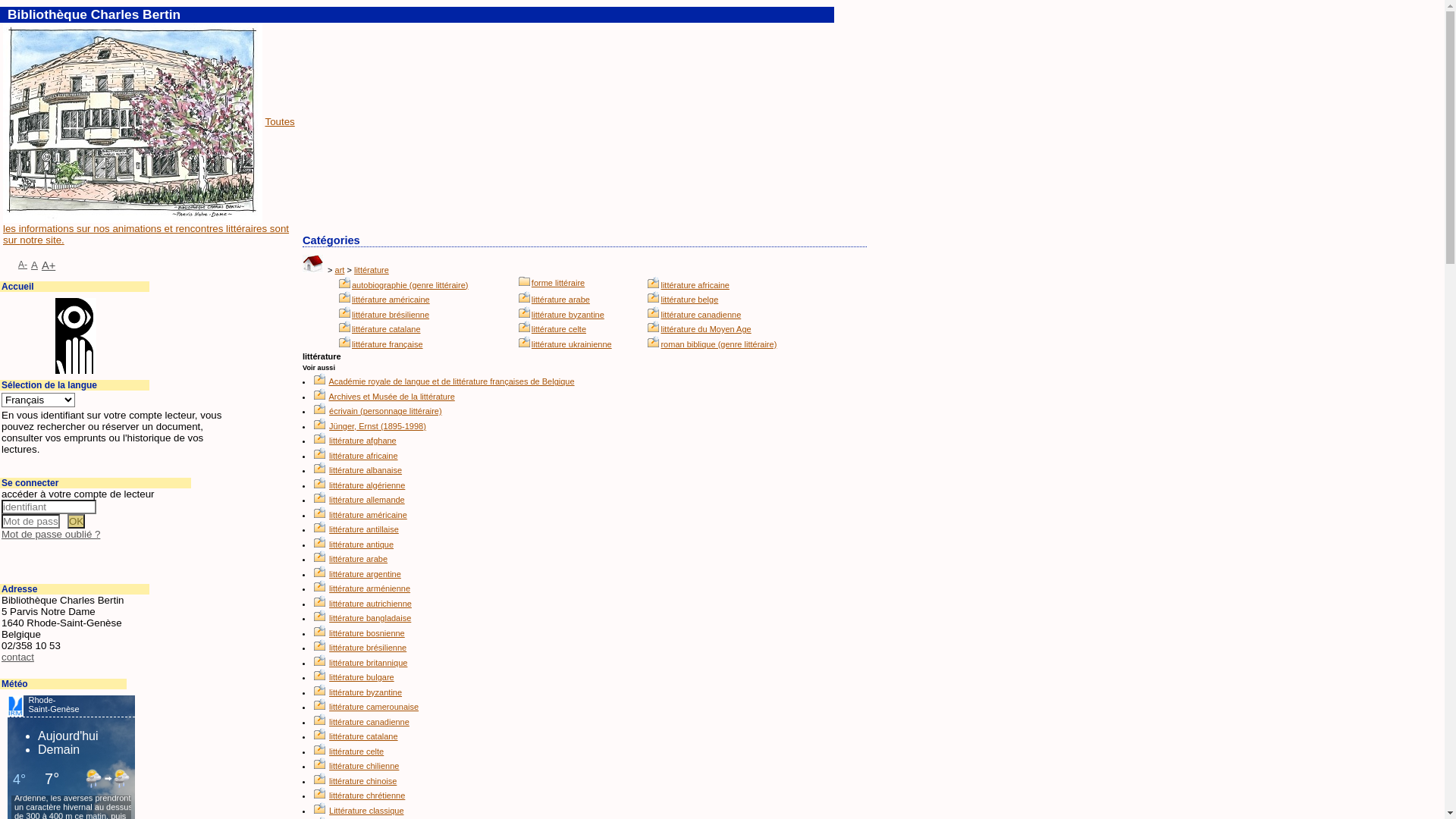  What do you see at coordinates (48, 265) in the screenshot?
I see `'A+'` at bounding box center [48, 265].